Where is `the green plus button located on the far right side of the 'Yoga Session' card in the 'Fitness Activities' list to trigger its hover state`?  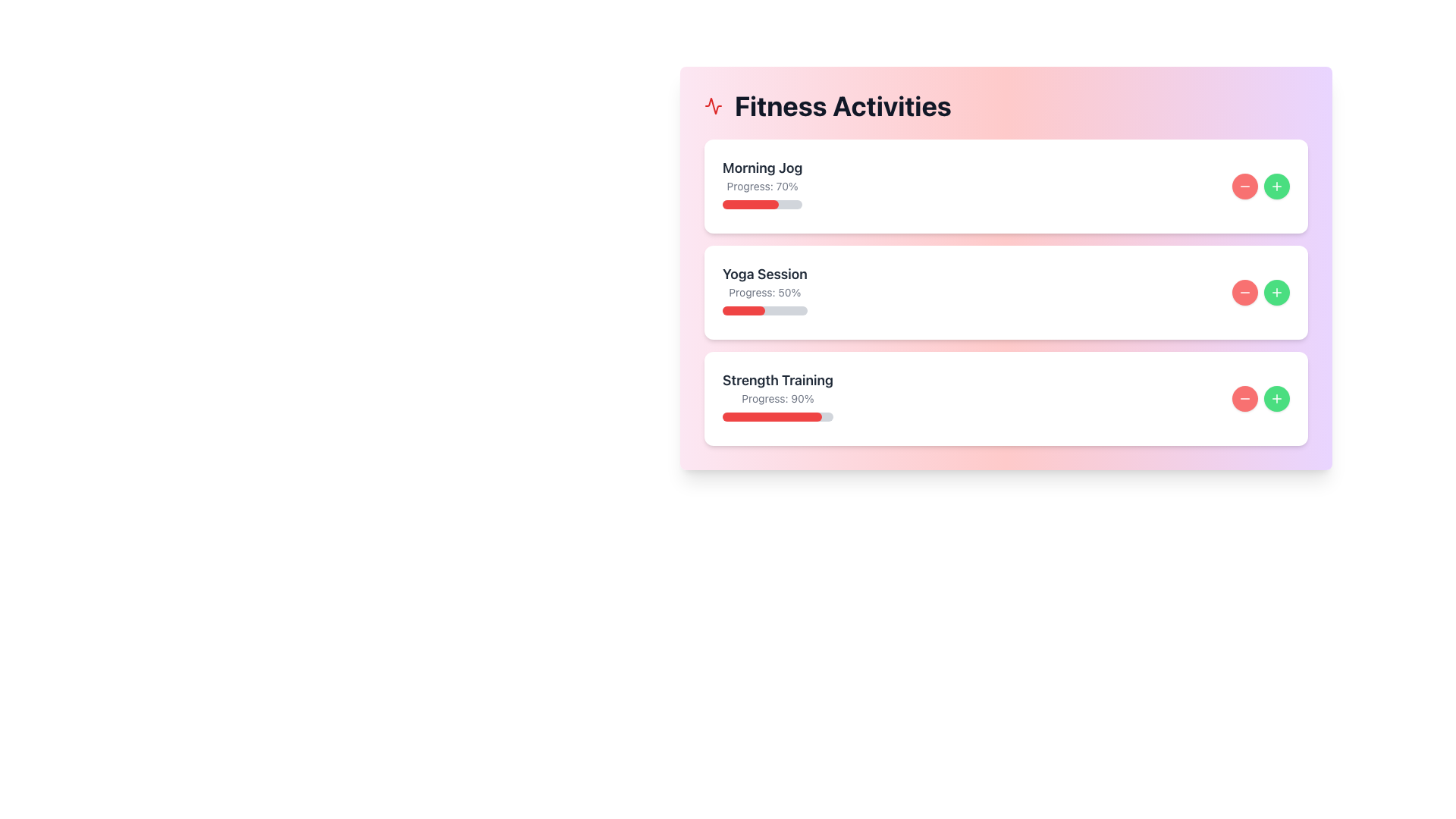
the green plus button located on the far right side of the 'Yoga Session' card in the 'Fitness Activities' list to trigger its hover state is located at coordinates (1260, 292).